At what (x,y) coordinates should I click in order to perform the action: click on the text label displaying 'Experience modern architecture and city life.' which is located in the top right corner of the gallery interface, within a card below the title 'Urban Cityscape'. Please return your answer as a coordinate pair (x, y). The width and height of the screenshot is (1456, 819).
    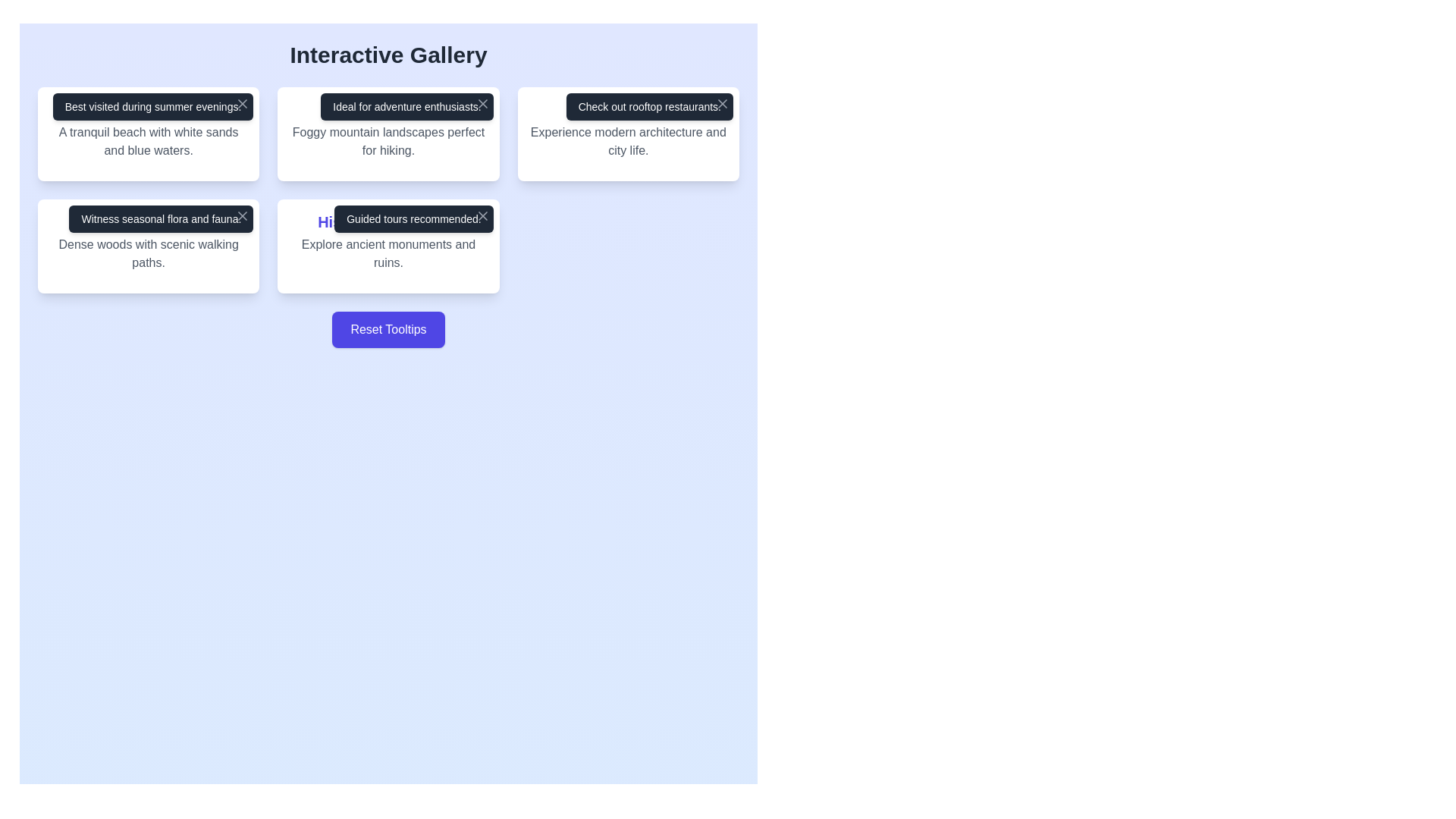
    Looking at the image, I should click on (628, 141).